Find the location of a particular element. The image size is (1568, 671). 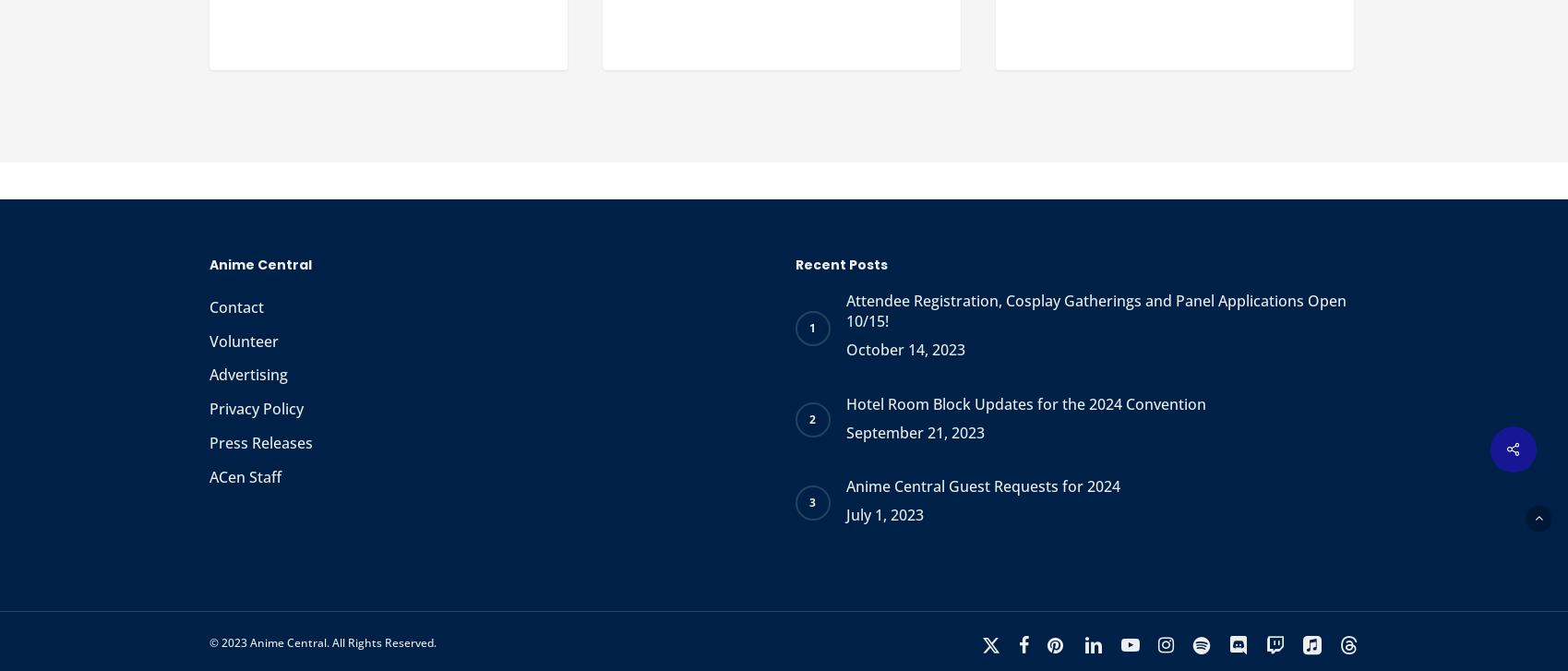

'Anime Central Guest Requests for 2024' is located at coordinates (981, 485).